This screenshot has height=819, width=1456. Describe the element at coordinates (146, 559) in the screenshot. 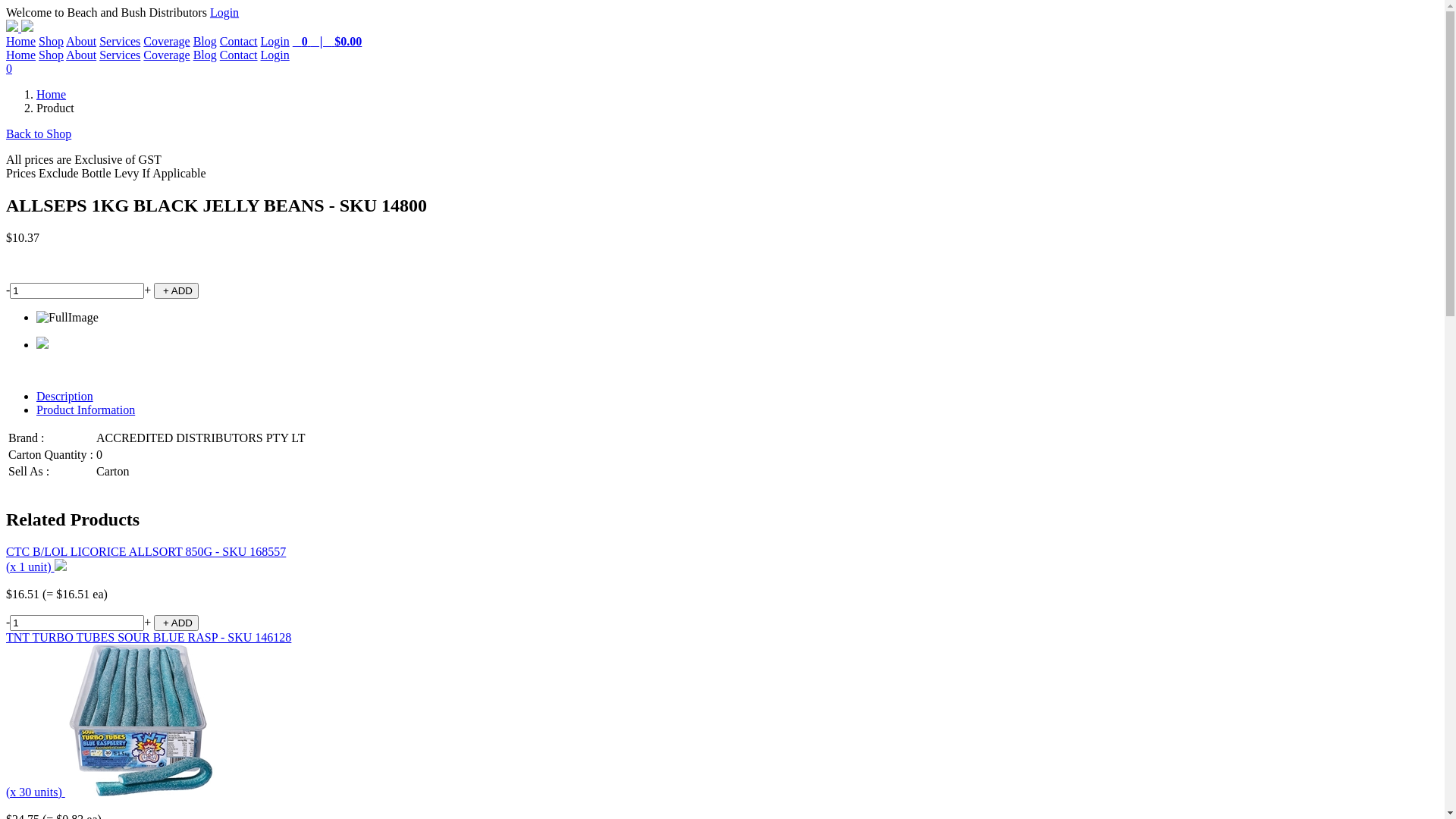

I see `'CTC B/LOL LICORICE ALLSORT 850G - SKU 168557` at that location.